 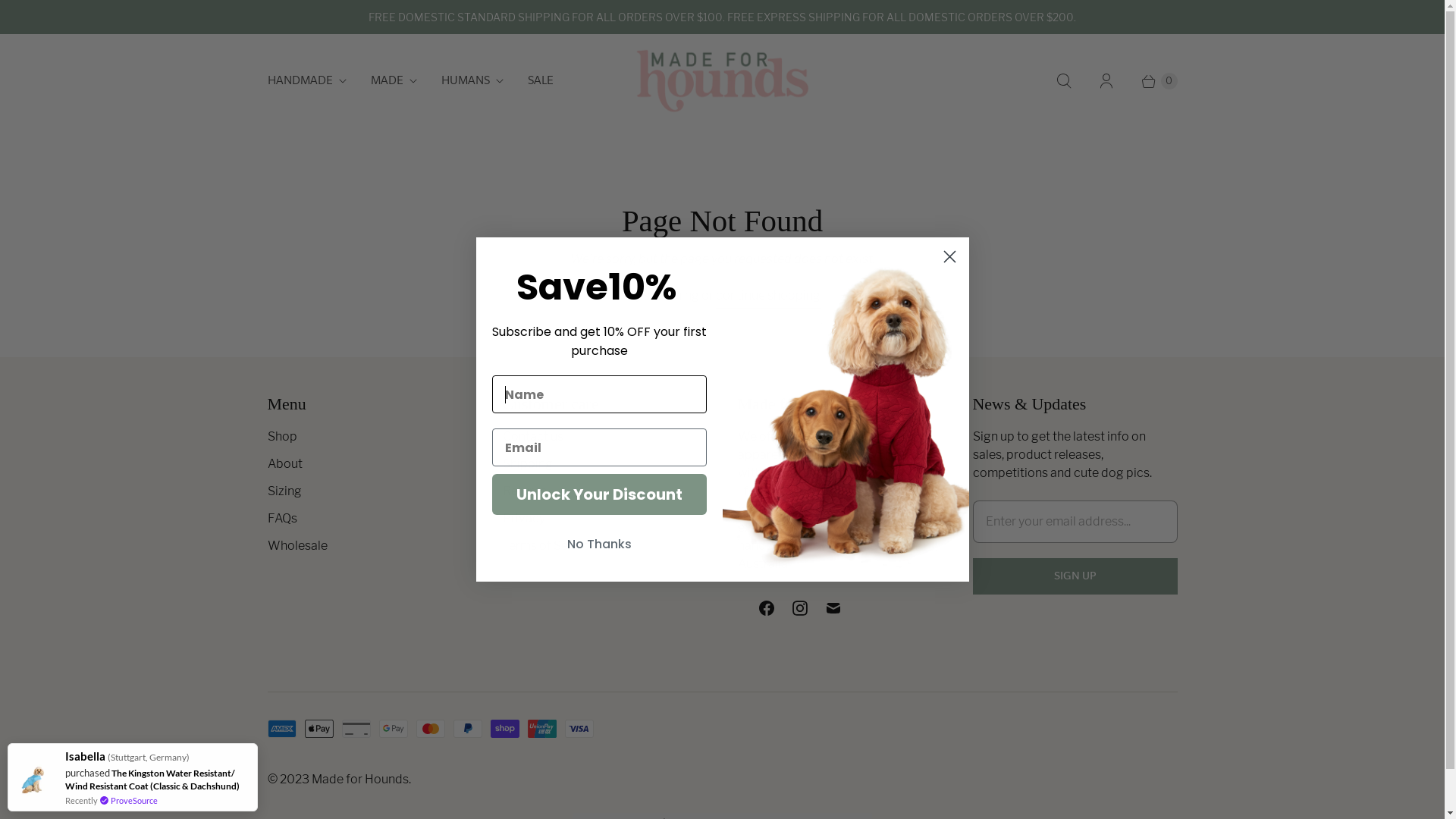 I want to click on 'FAQs', so click(x=281, y=517).